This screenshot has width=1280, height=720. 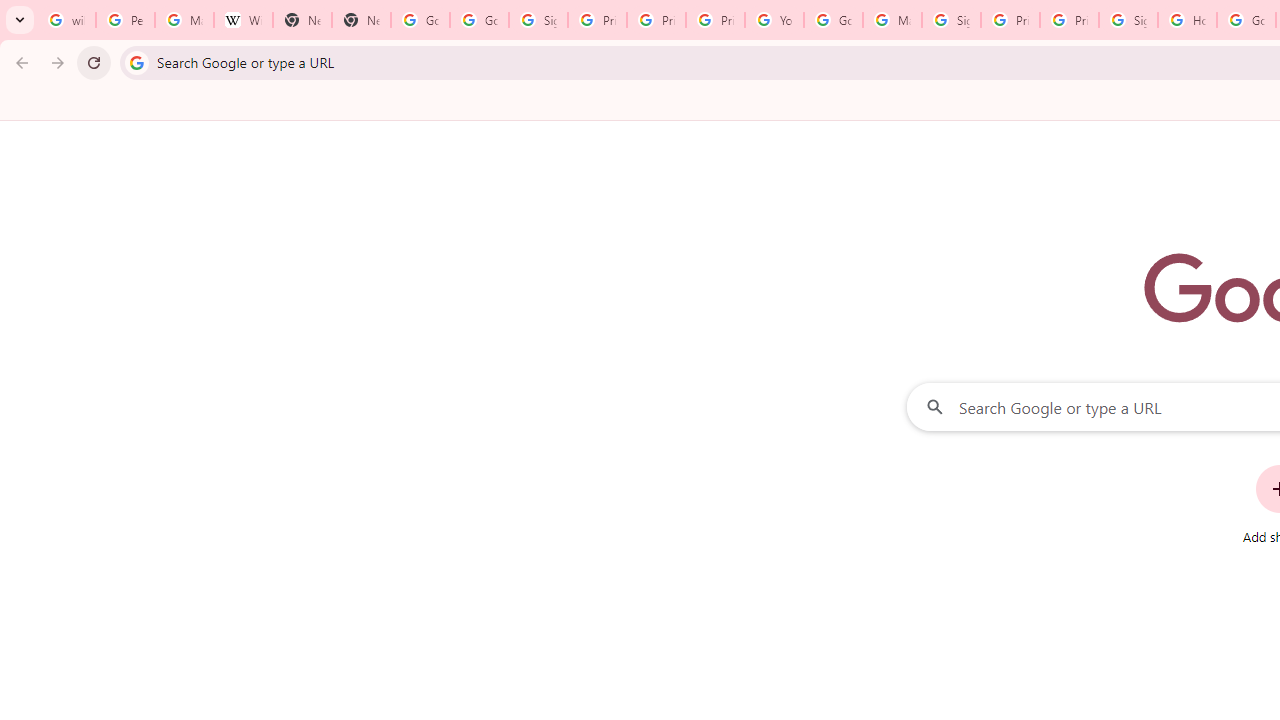 I want to click on 'YouTube', so click(x=773, y=20).